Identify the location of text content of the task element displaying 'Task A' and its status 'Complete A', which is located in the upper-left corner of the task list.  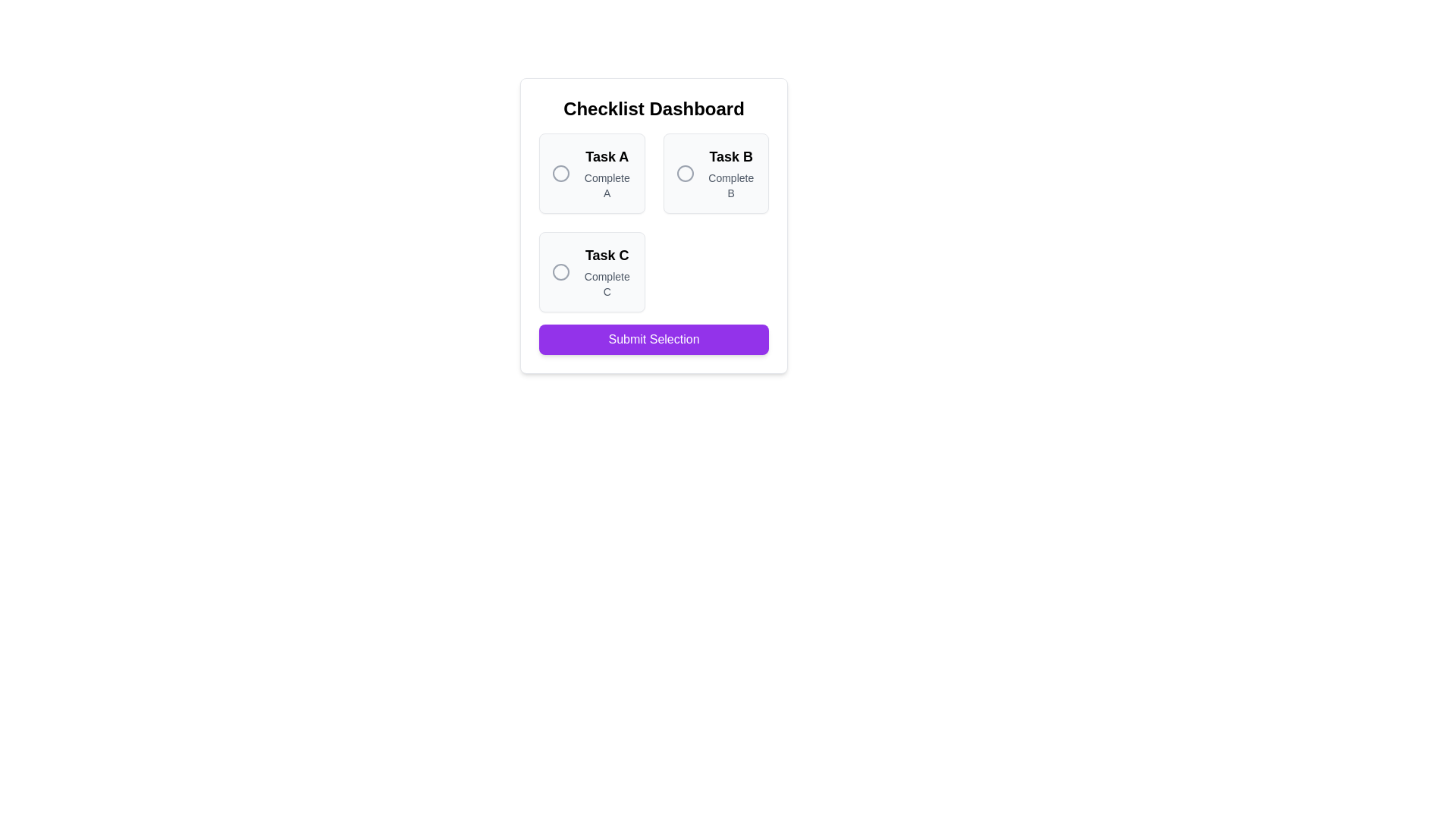
(607, 172).